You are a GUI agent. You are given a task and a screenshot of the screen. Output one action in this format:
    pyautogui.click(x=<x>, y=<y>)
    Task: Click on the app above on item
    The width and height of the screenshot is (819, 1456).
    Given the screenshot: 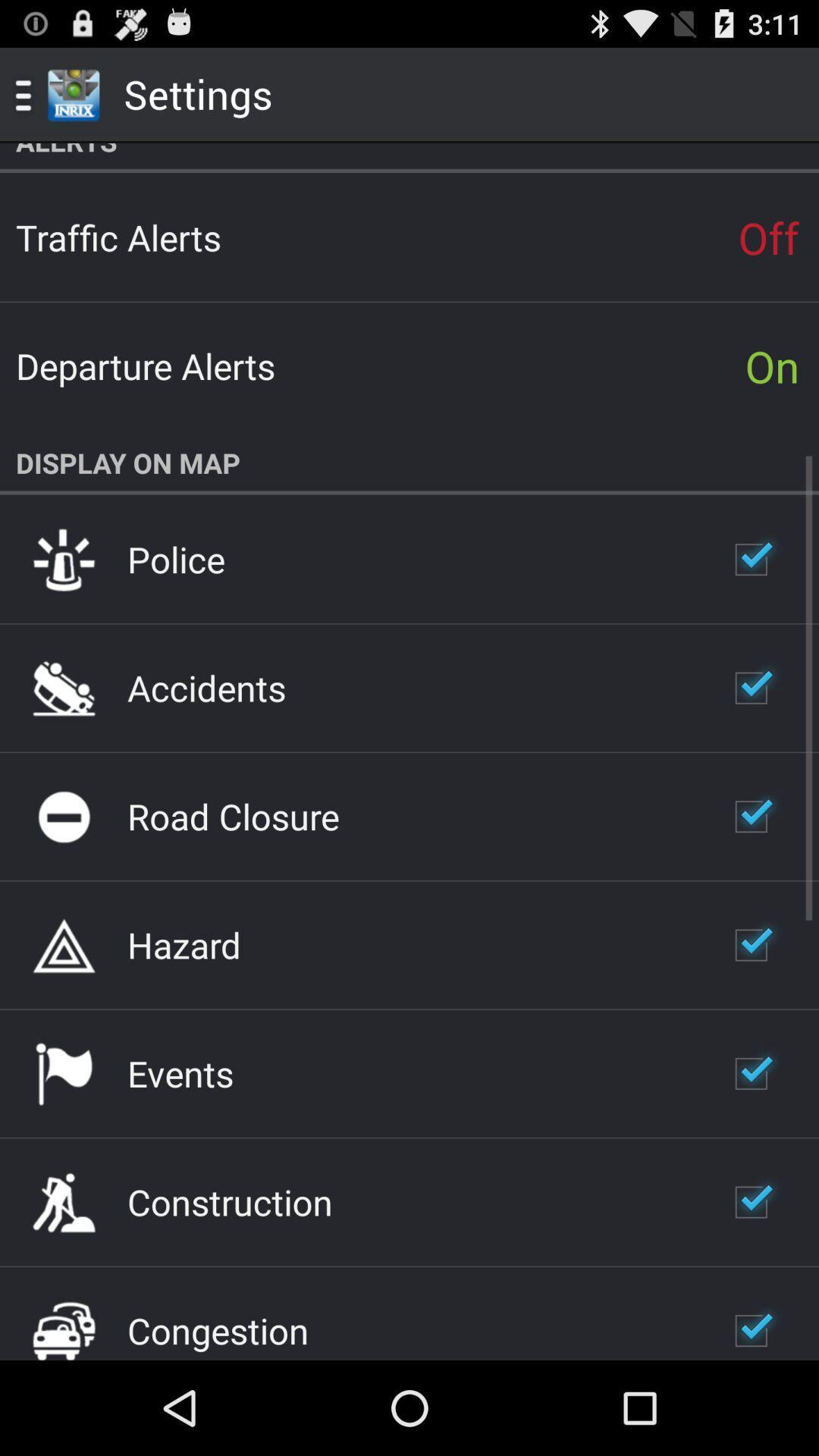 What is the action you would take?
    pyautogui.click(x=768, y=237)
    